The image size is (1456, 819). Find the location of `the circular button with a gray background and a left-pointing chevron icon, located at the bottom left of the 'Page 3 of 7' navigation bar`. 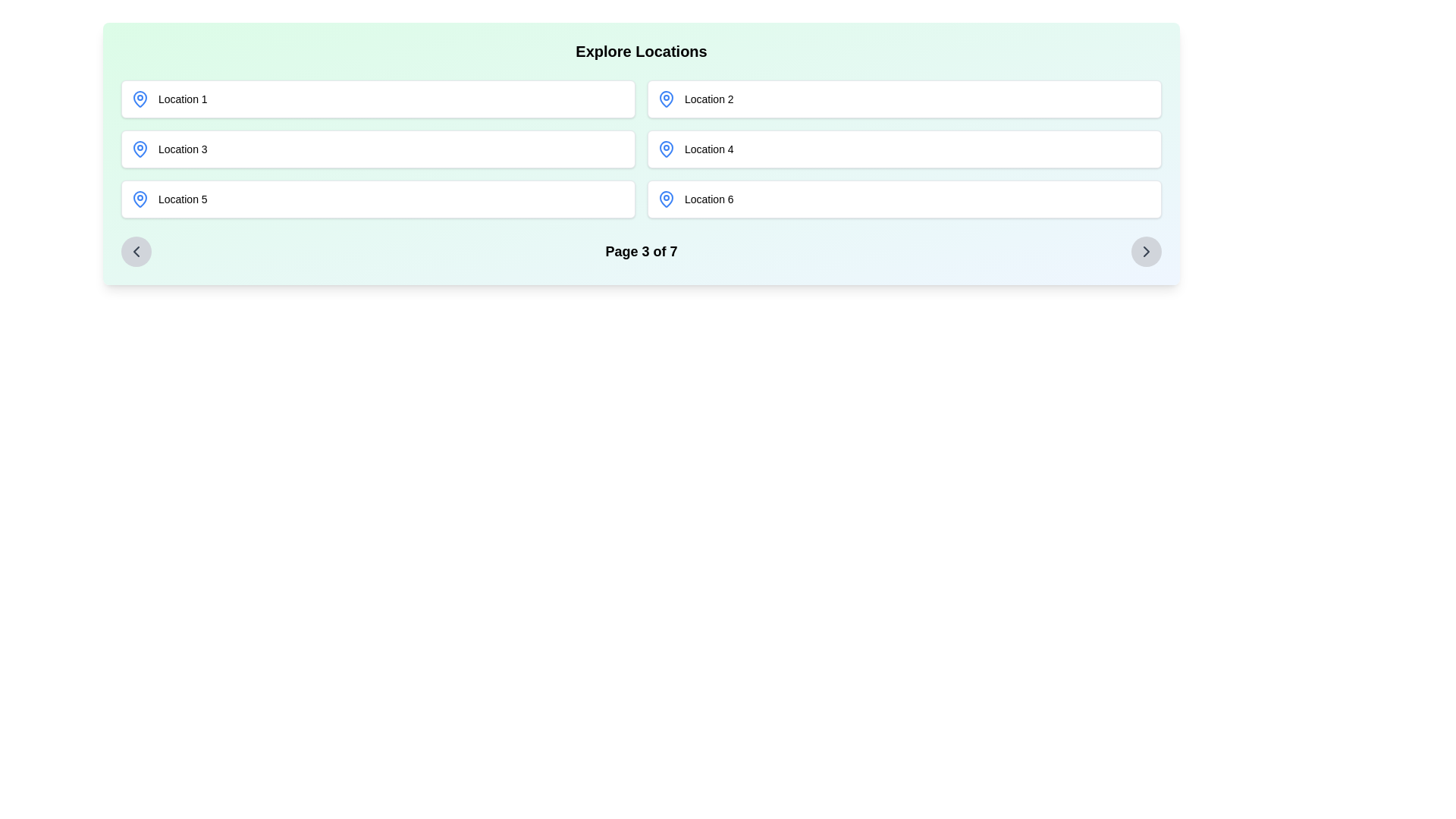

the circular button with a gray background and a left-pointing chevron icon, located at the bottom left of the 'Page 3 of 7' navigation bar is located at coordinates (136, 250).